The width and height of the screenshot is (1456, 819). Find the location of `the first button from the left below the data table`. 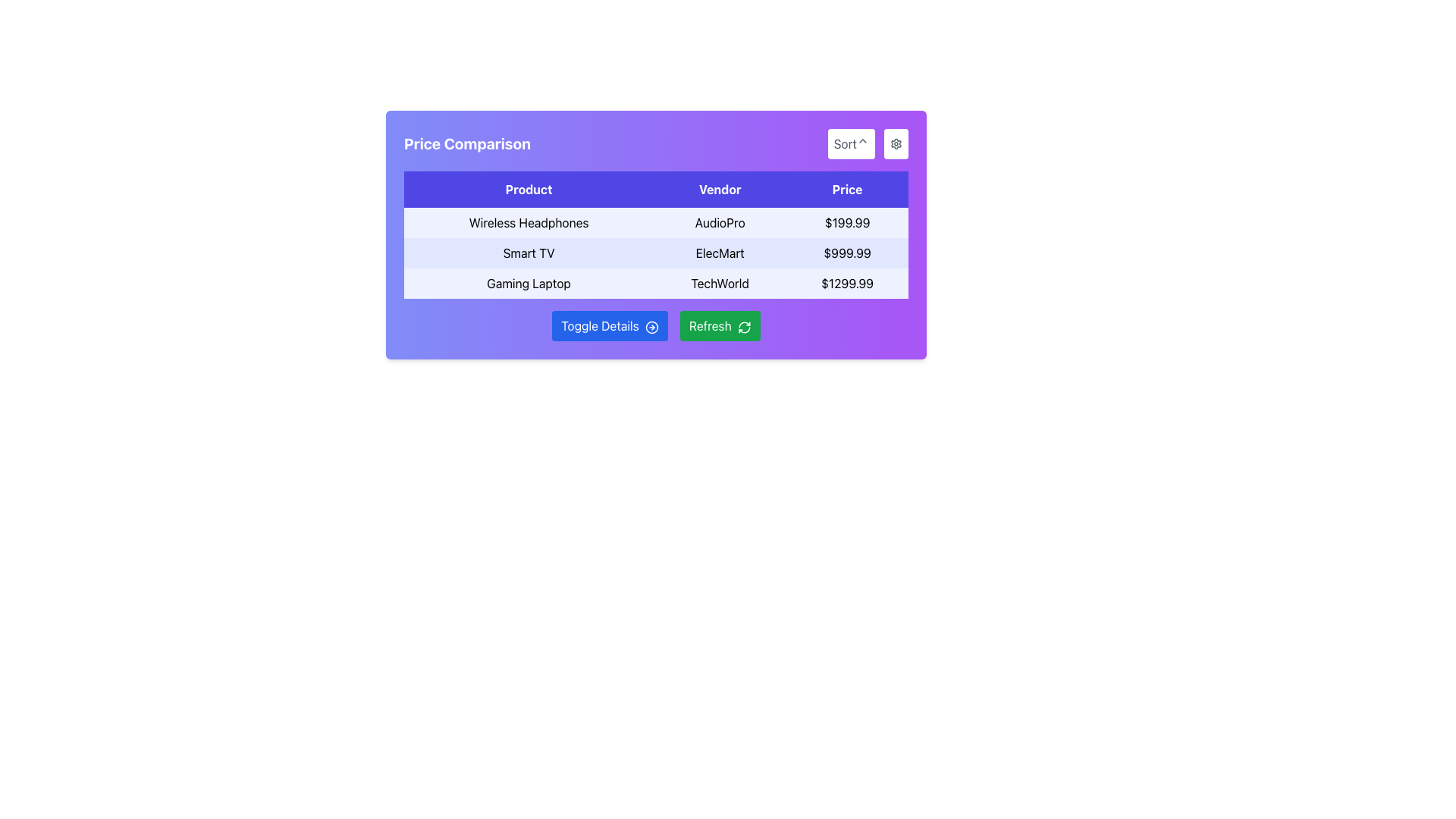

the first button from the left below the data table is located at coordinates (610, 325).